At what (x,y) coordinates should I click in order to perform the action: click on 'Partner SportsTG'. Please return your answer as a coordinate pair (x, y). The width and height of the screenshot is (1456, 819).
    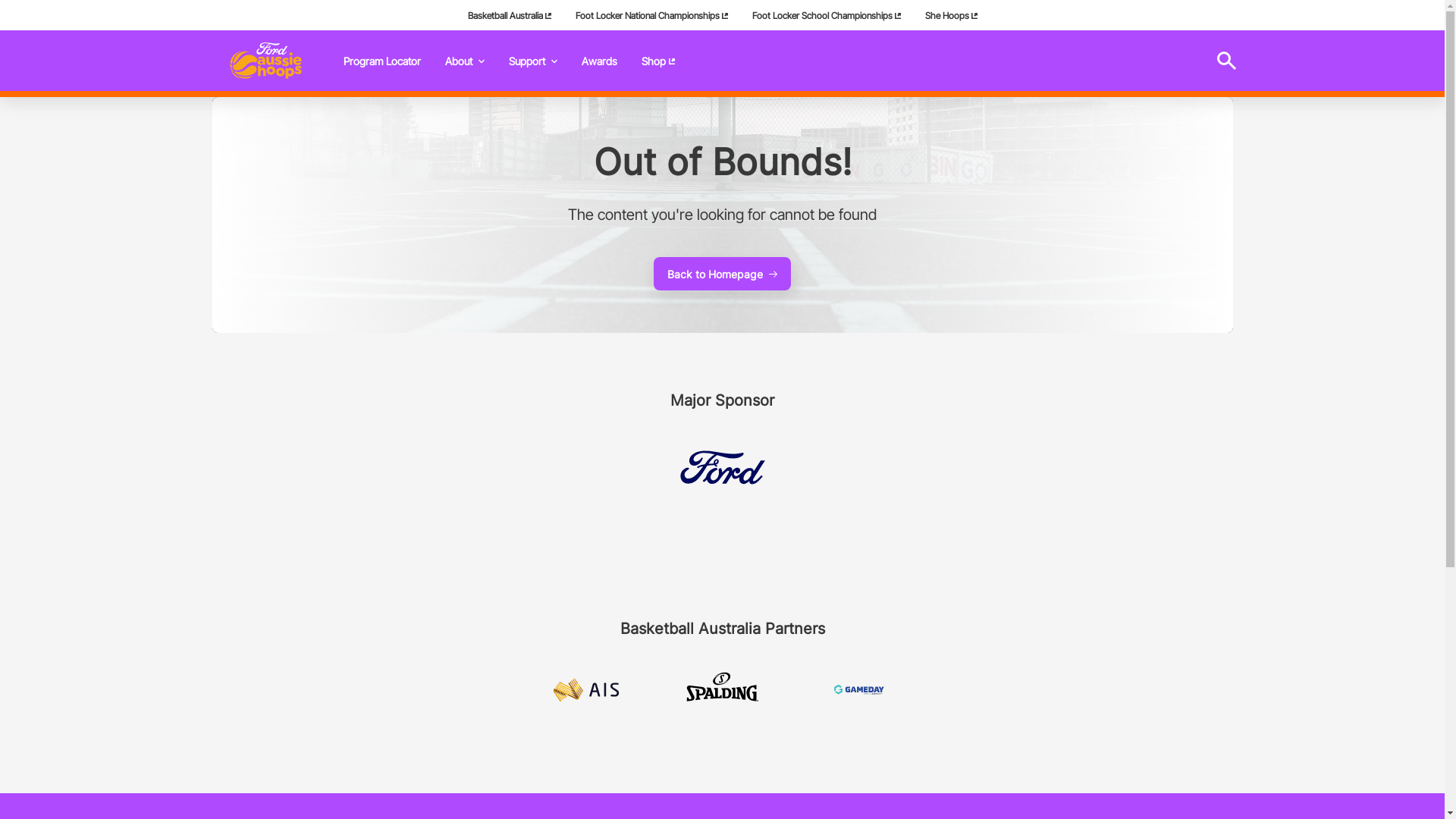
    Looking at the image, I should click on (858, 690).